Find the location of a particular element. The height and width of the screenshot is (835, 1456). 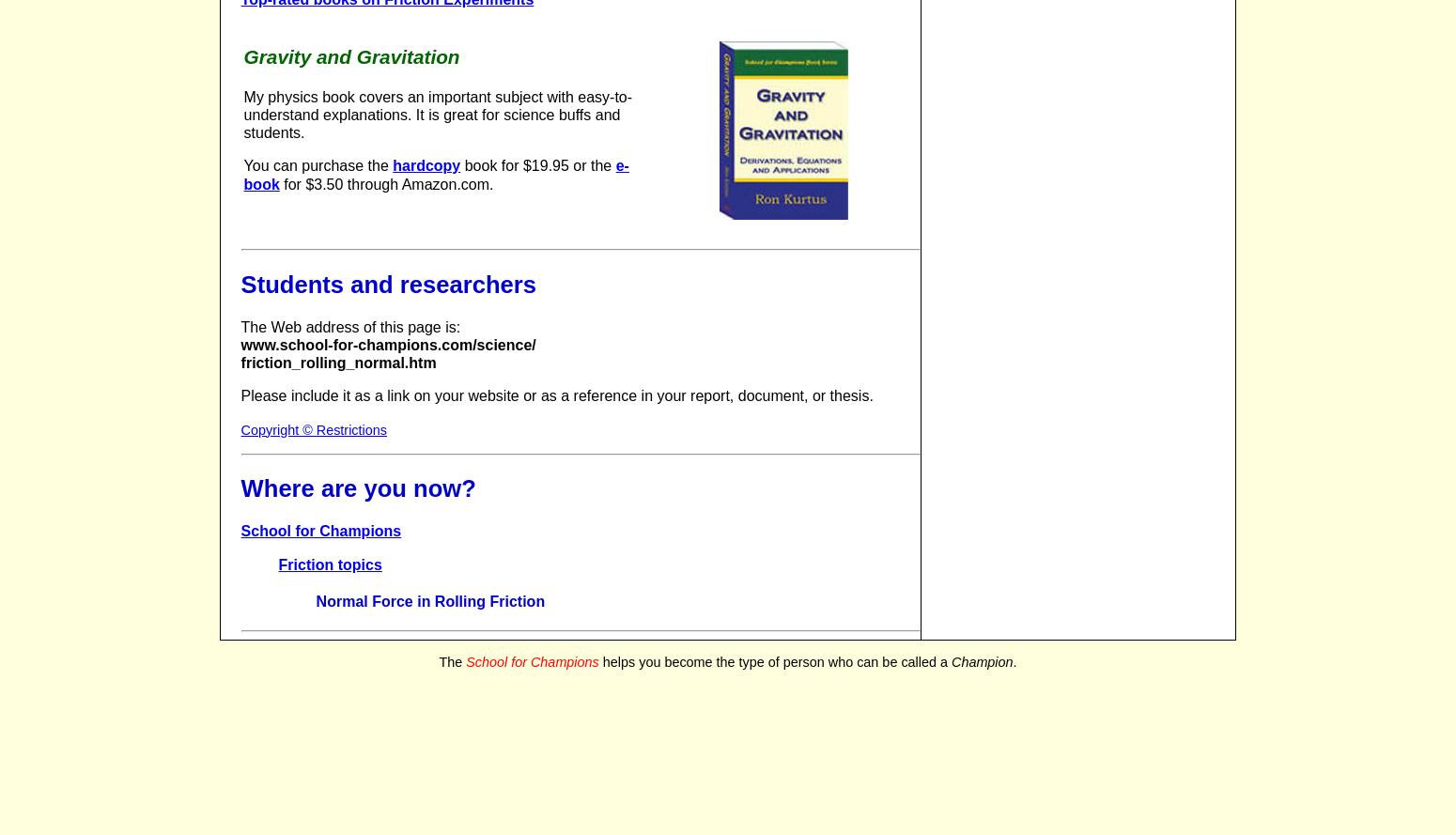

'Copyright © Restrictions' is located at coordinates (312, 428).